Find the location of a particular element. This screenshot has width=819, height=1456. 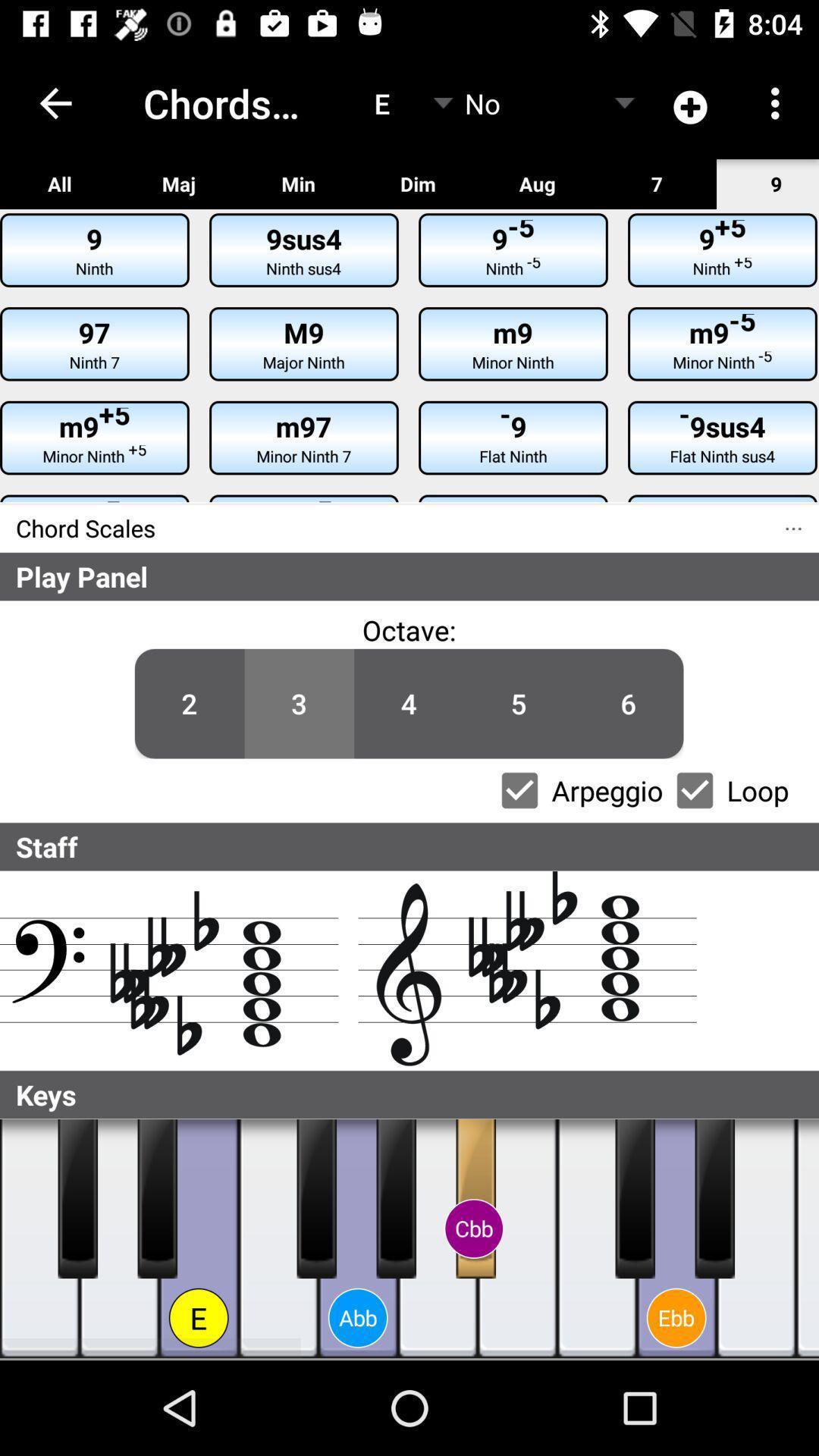

make e note sound is located at coordinates (198, 1238).